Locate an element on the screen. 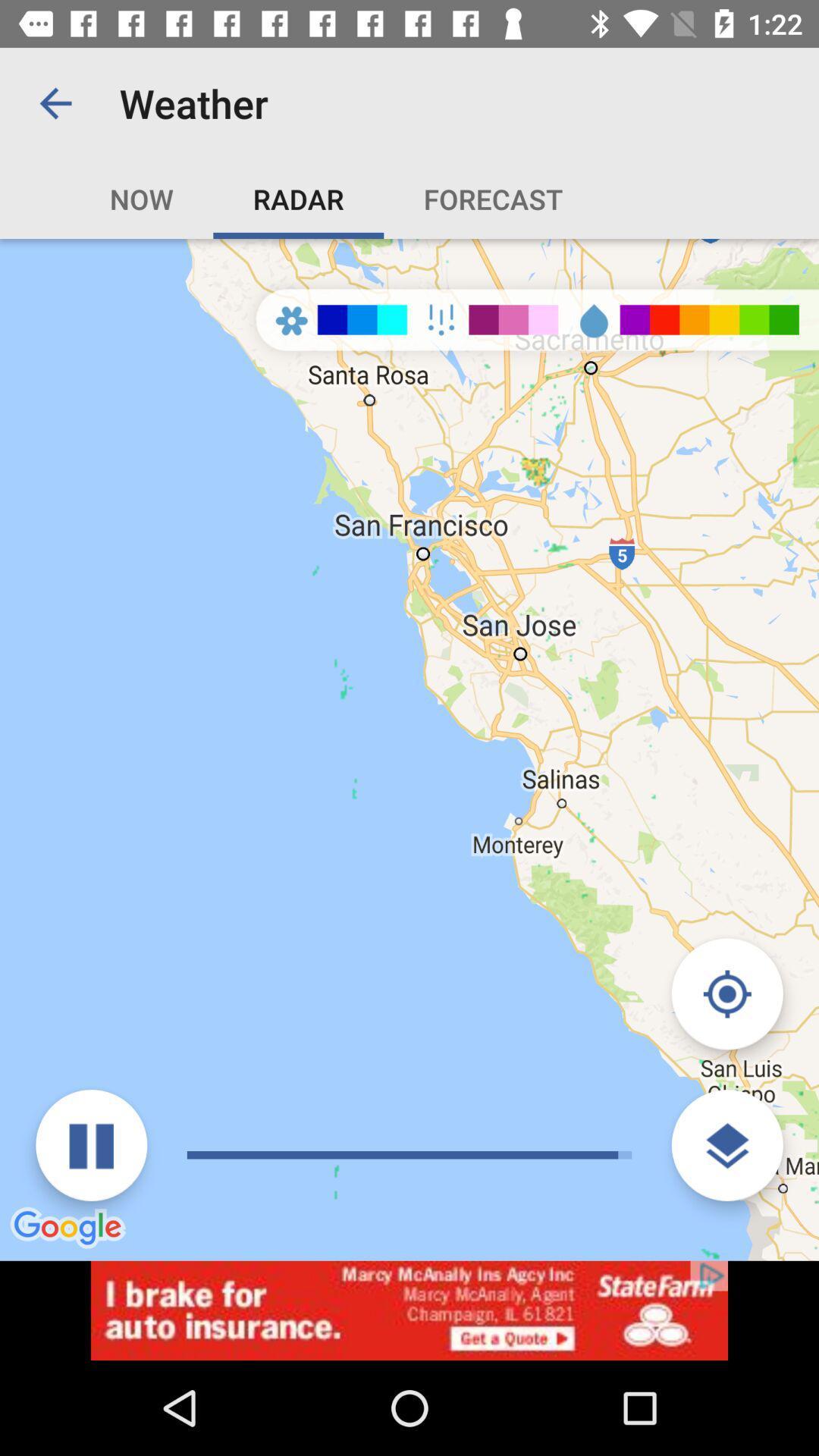  pause is located at coordinates (91, 1145).